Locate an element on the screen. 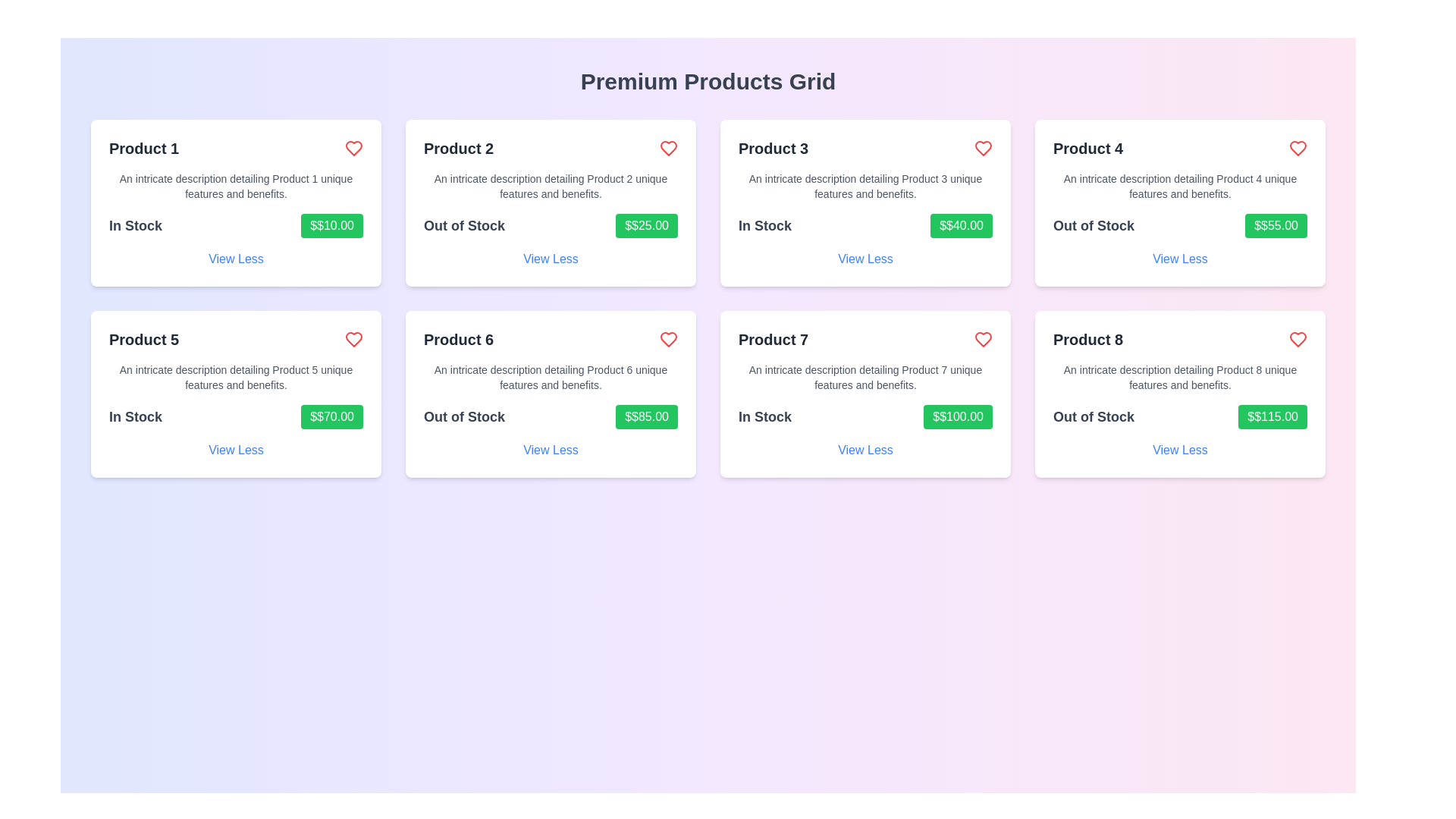 The image size is (1456, 819). the text label indicating that 'Product 1' is available in stock, located at the bottom-left corner of the card labeled 'Product 1' is located at coordinates (135, 225).